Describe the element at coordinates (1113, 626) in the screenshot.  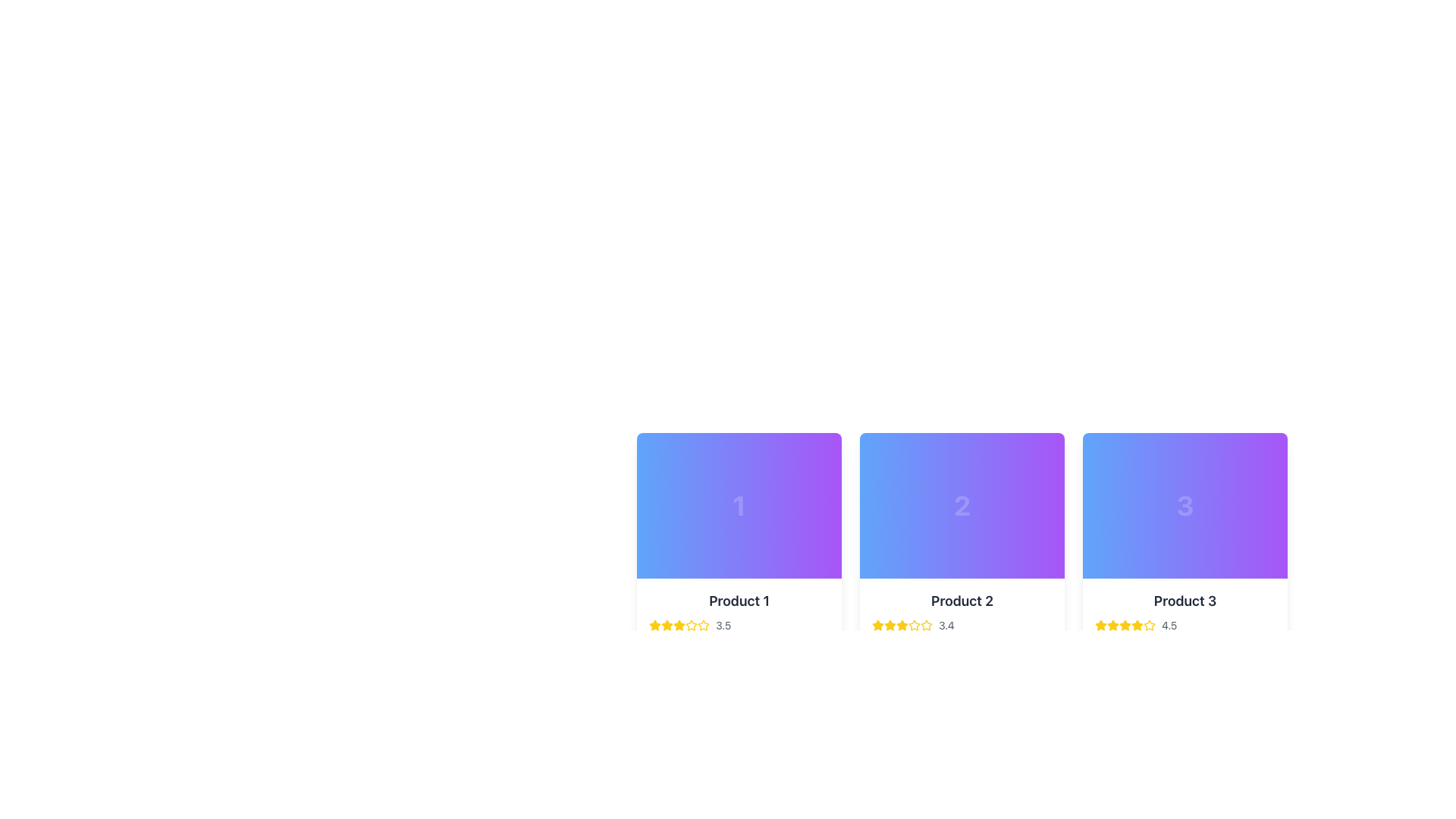
I see `the third star icon in the 5-star rating system located below the 'Product 3' card to indicate a fractional rating` at that location.